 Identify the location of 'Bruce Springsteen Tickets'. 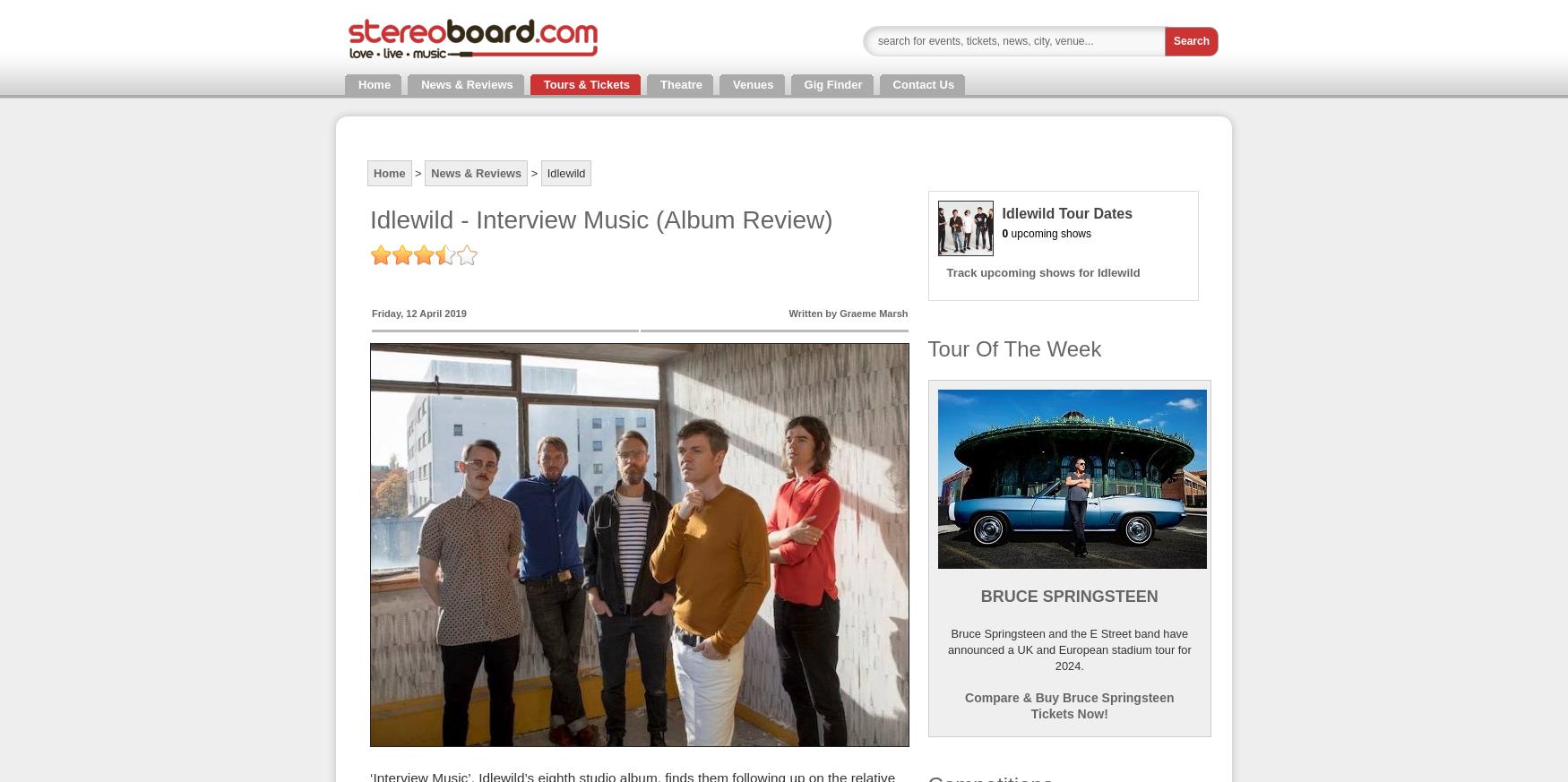
(75, 170).